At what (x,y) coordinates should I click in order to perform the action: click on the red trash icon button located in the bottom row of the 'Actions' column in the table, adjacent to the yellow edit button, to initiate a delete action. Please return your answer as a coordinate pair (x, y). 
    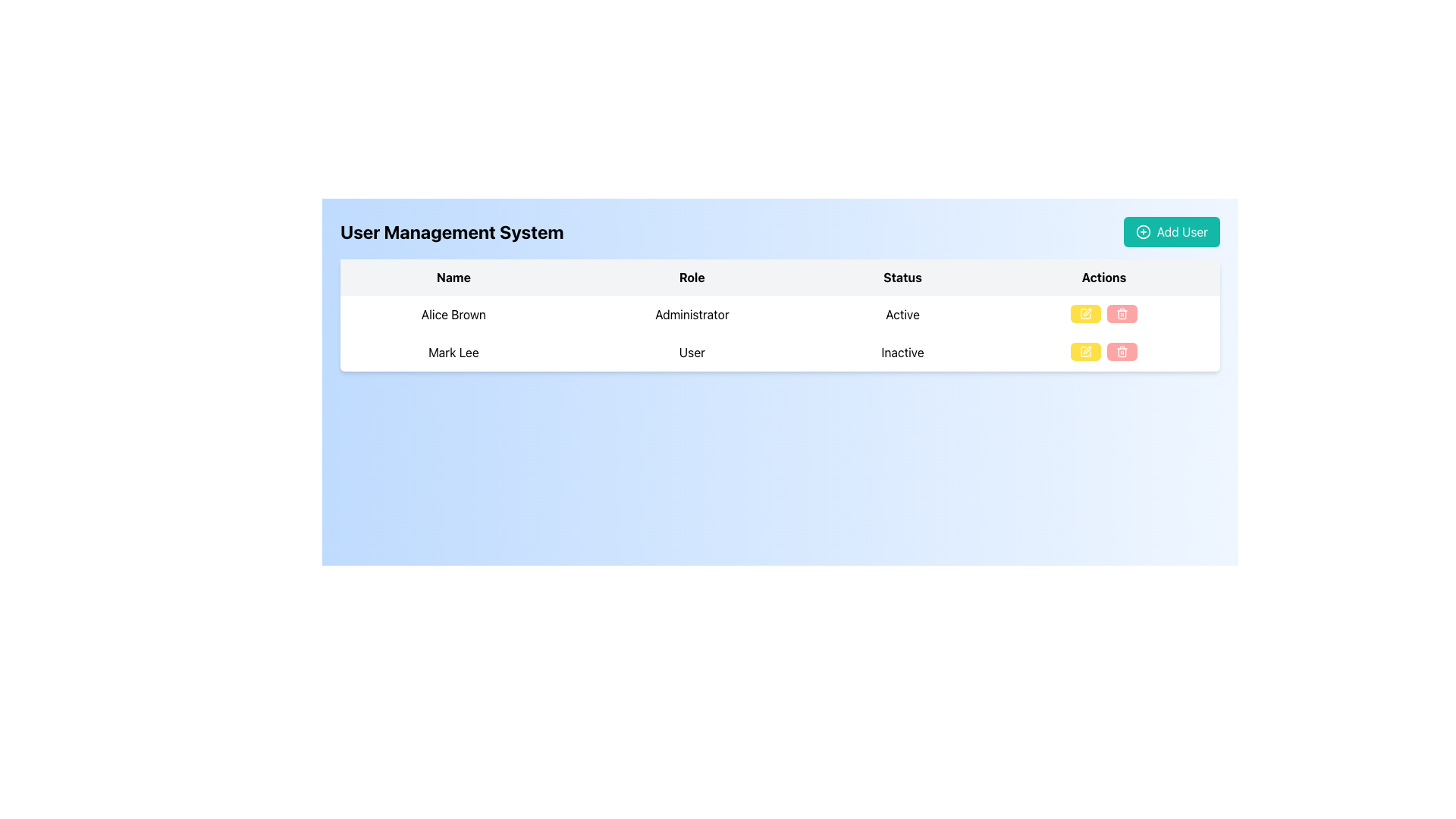
    Looking at the image, I should click on (1122, 351).